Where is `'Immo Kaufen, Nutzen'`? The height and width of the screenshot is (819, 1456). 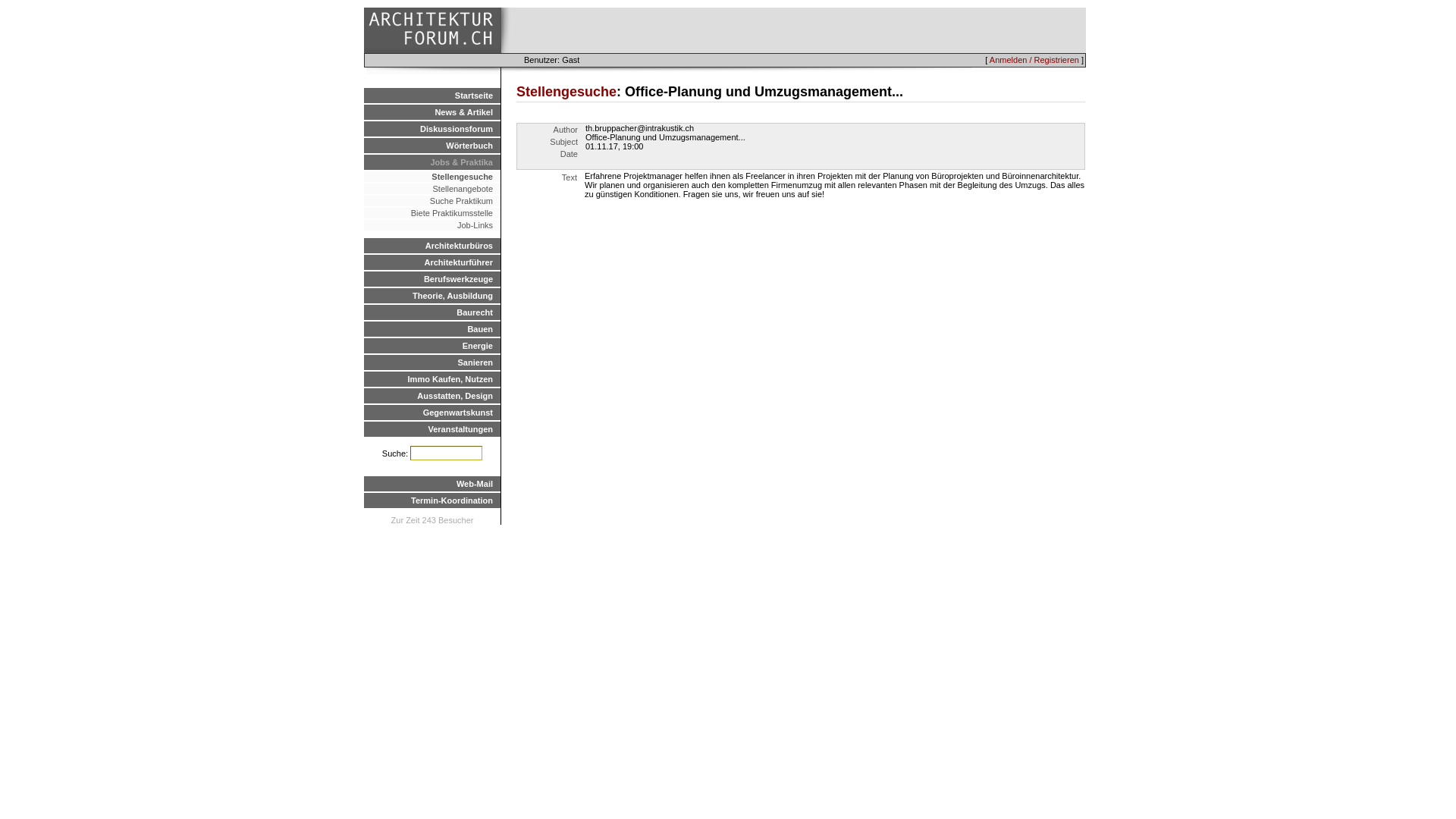
'Immo Kaufen, Nutzen' is located at coordinates (431, 378).